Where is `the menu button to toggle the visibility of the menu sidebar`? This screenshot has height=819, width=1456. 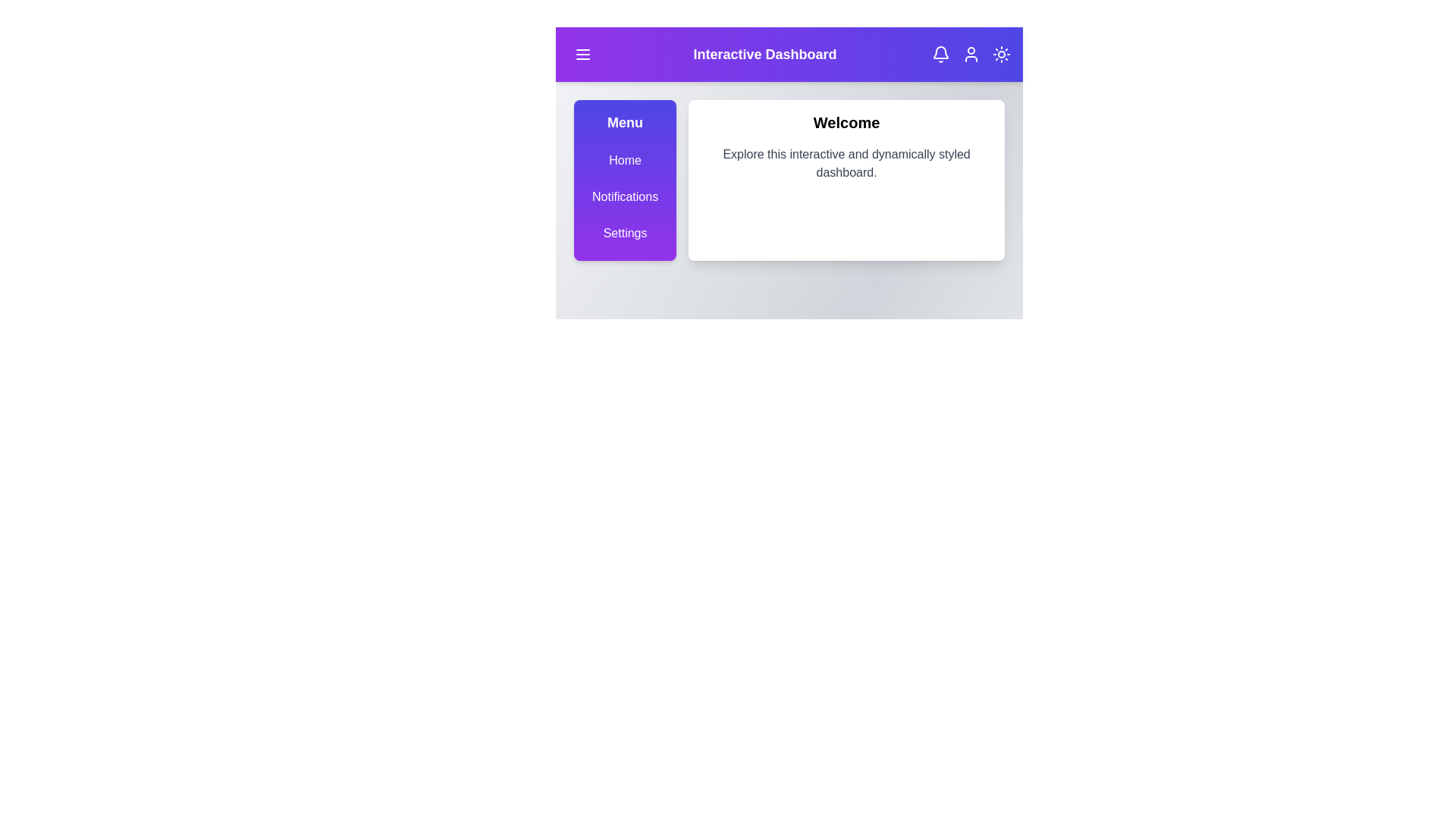 the menu button to toggle the visibility of the menu sidebar is located at coordinates (582, 54).